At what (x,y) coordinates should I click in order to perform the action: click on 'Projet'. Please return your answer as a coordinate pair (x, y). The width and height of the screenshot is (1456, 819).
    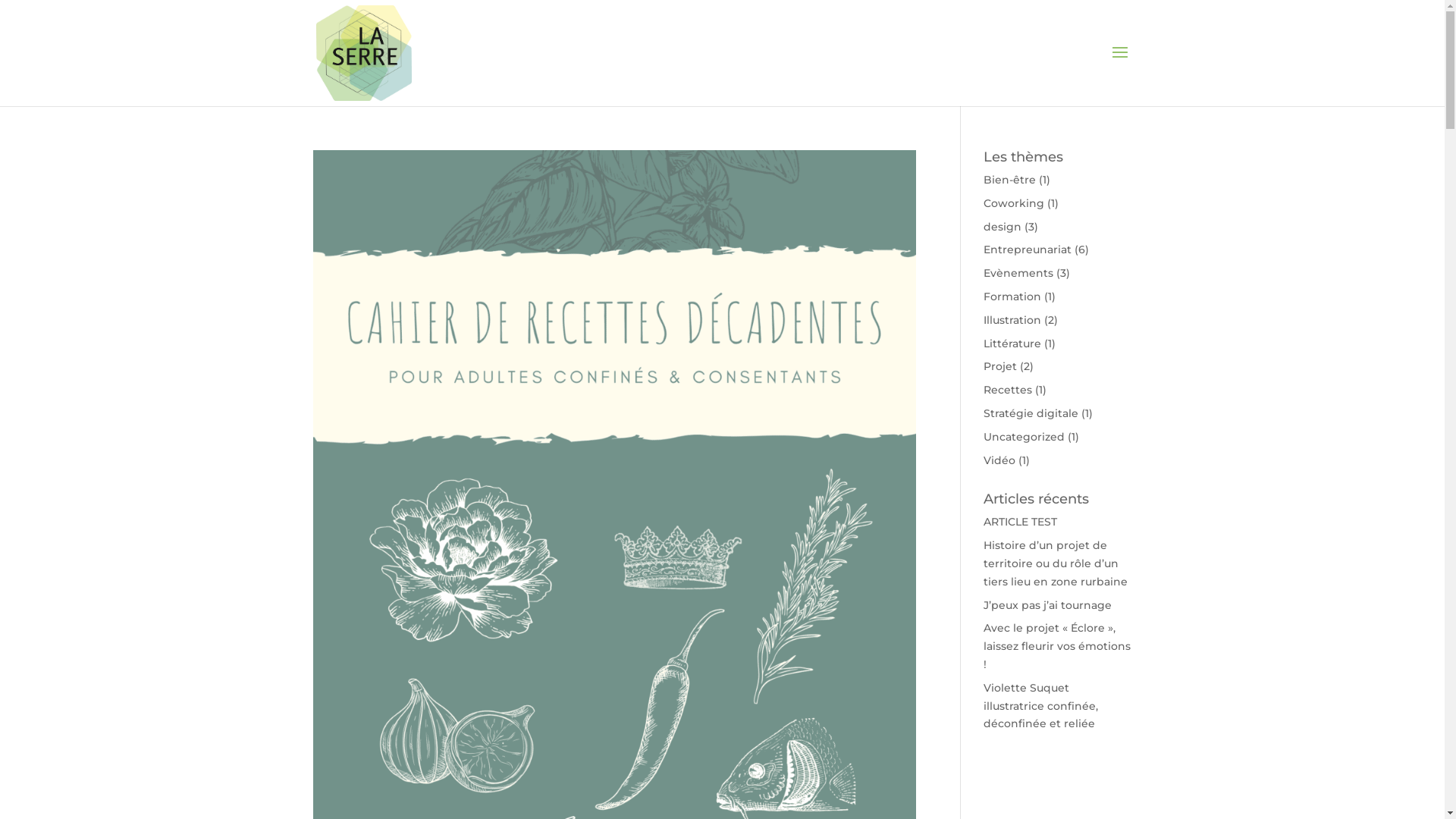
    Looking at the image, I should click on (1000, 366).